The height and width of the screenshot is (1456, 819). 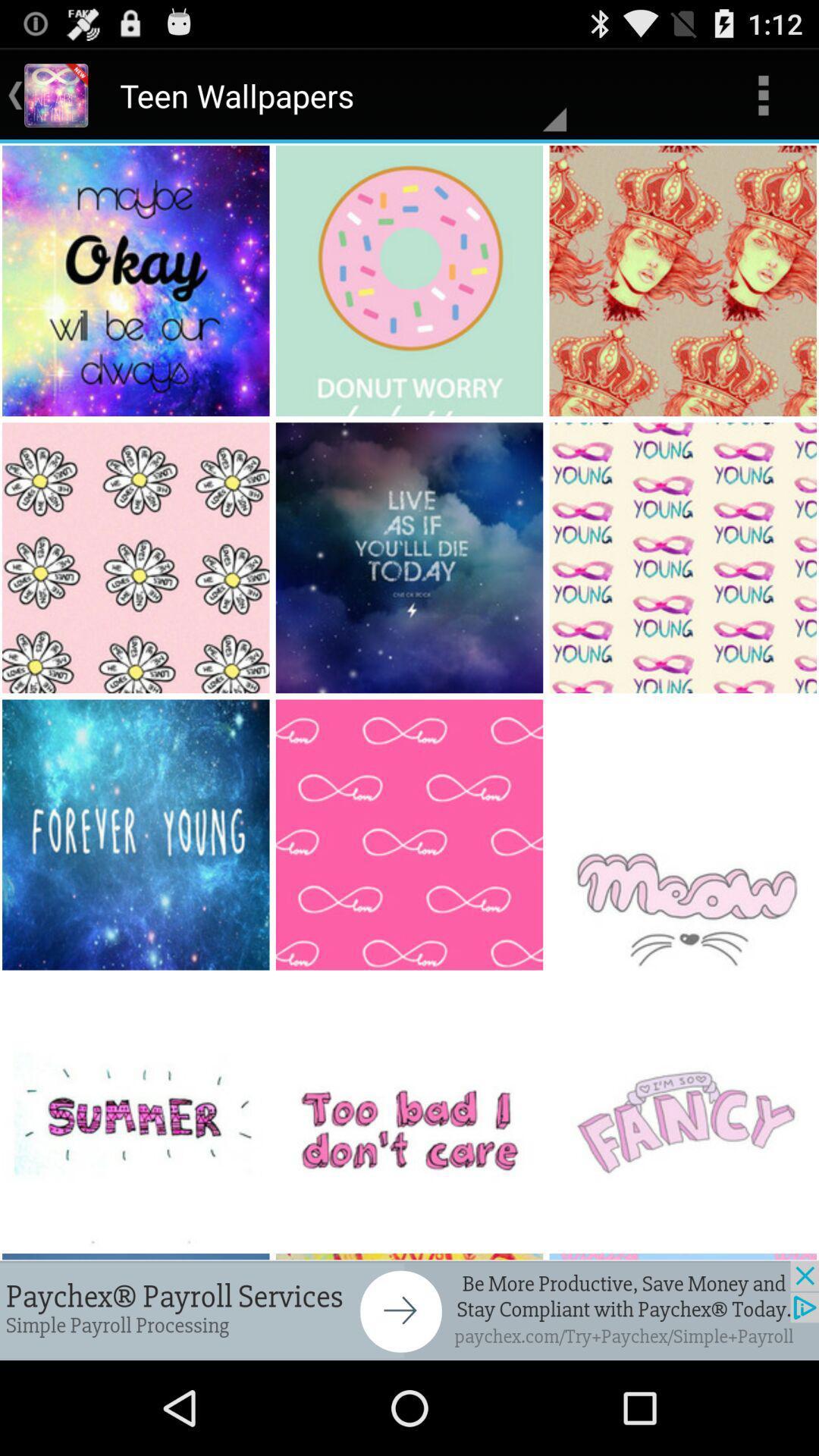 I want to click on the 1st image in the 2nd row below teen wallpapers, so click(x=137, y=557).